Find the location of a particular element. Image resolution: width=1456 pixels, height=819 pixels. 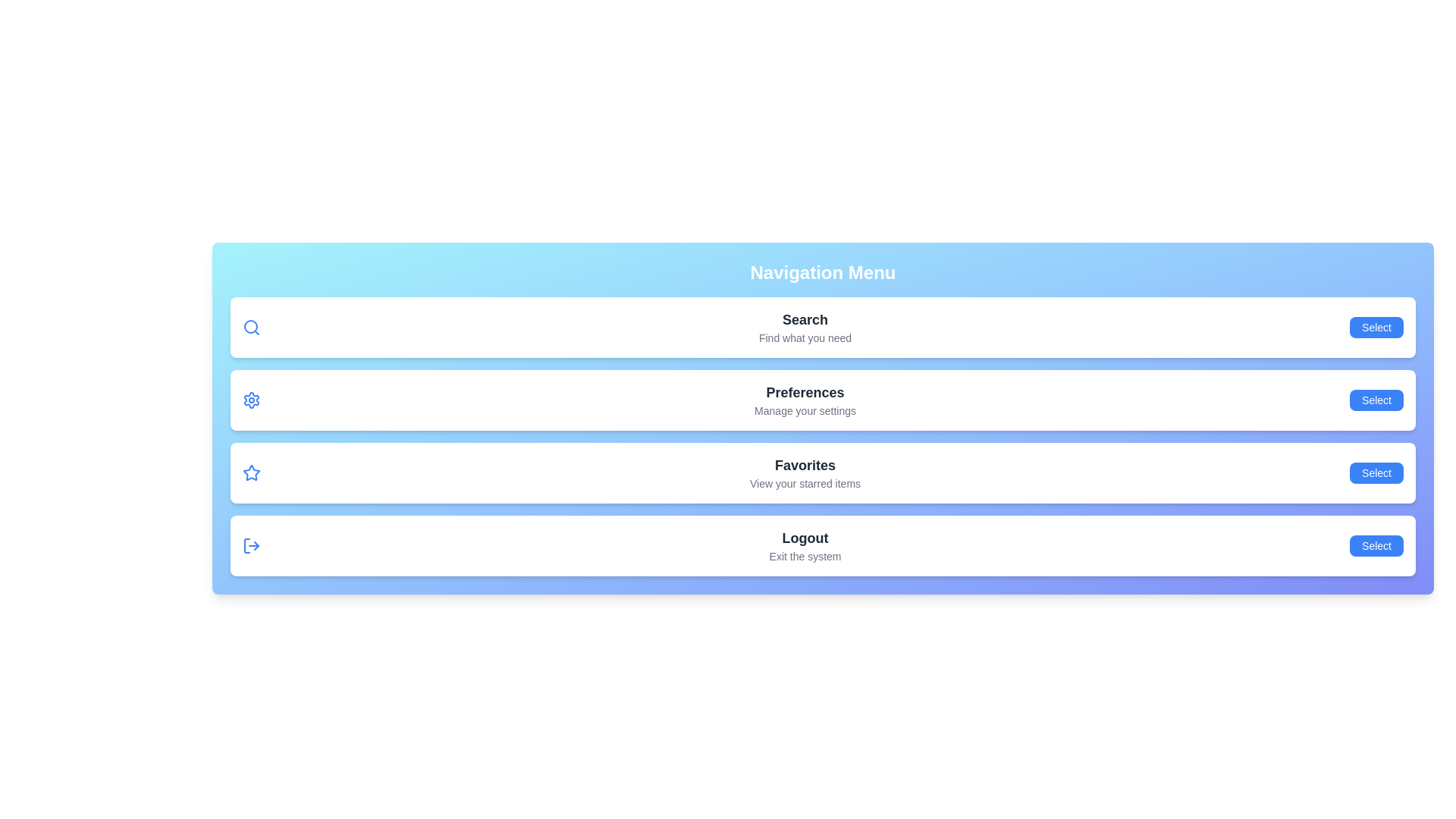

the menu item Logout to observe its hover effect is located at coordinates (822, 546).